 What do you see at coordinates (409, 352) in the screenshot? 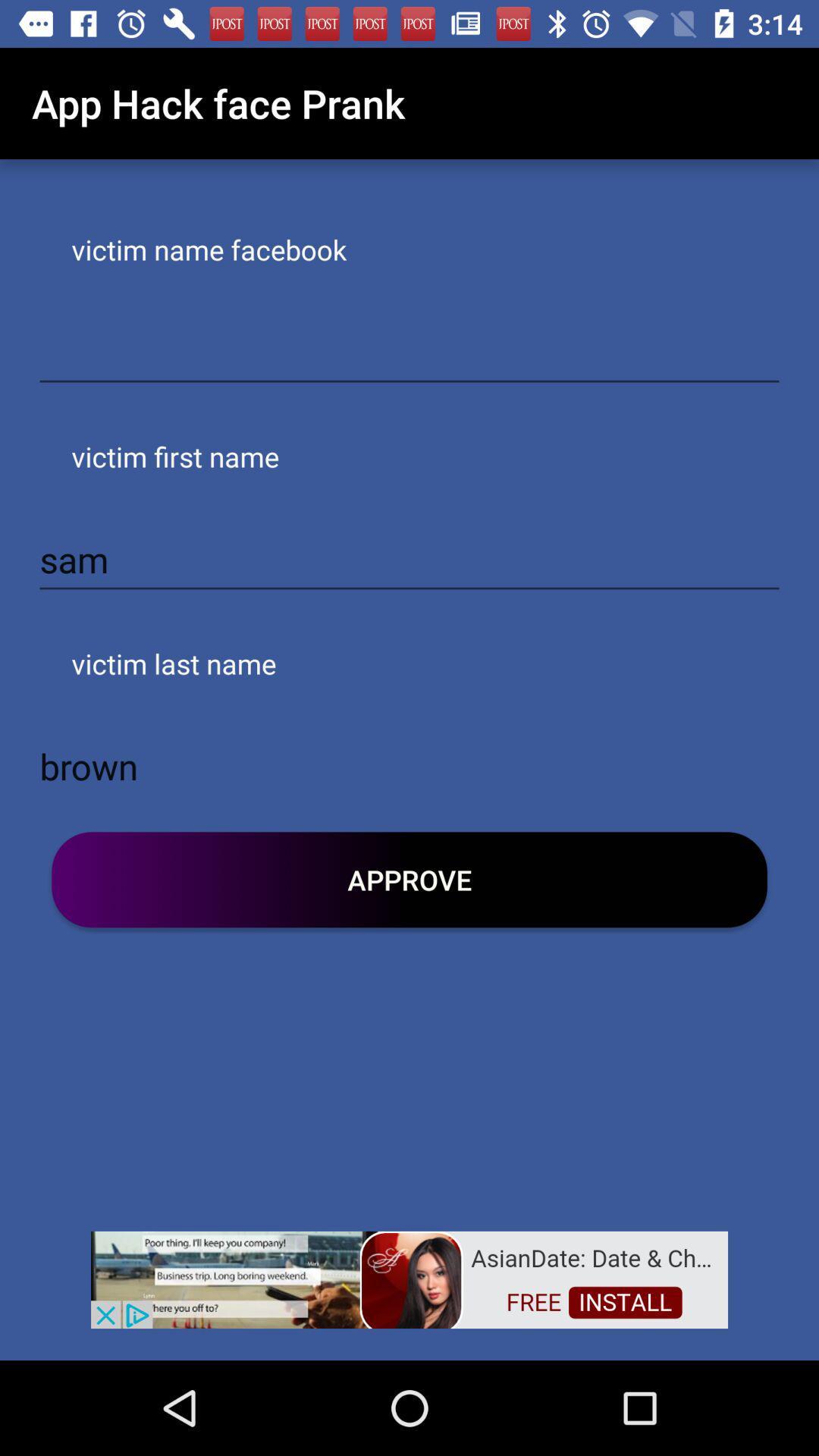
I see `victim 's facebook name` at bounding box center [409, 352].